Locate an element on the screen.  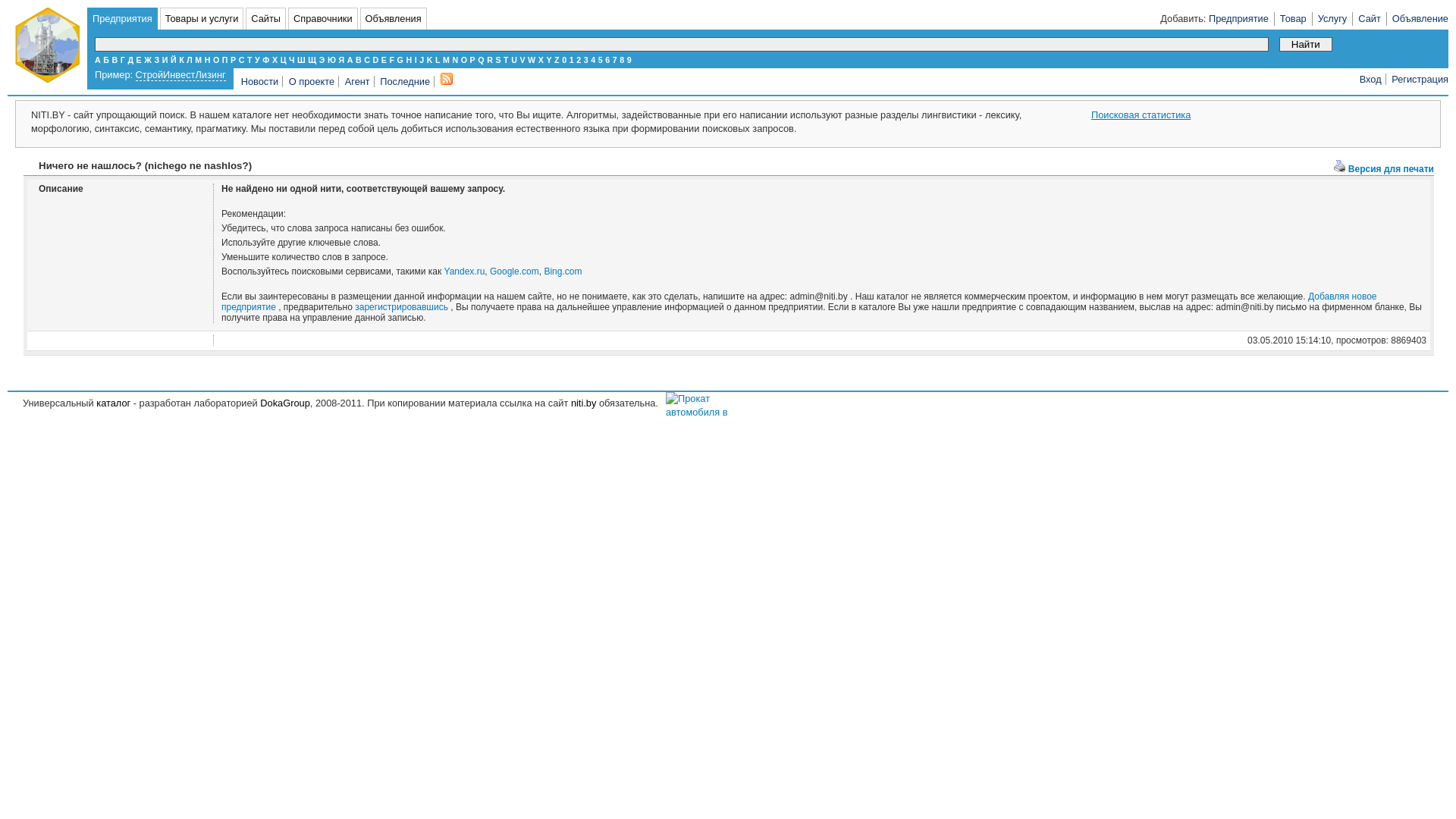
'Q' is located at coordinates (479, 58).